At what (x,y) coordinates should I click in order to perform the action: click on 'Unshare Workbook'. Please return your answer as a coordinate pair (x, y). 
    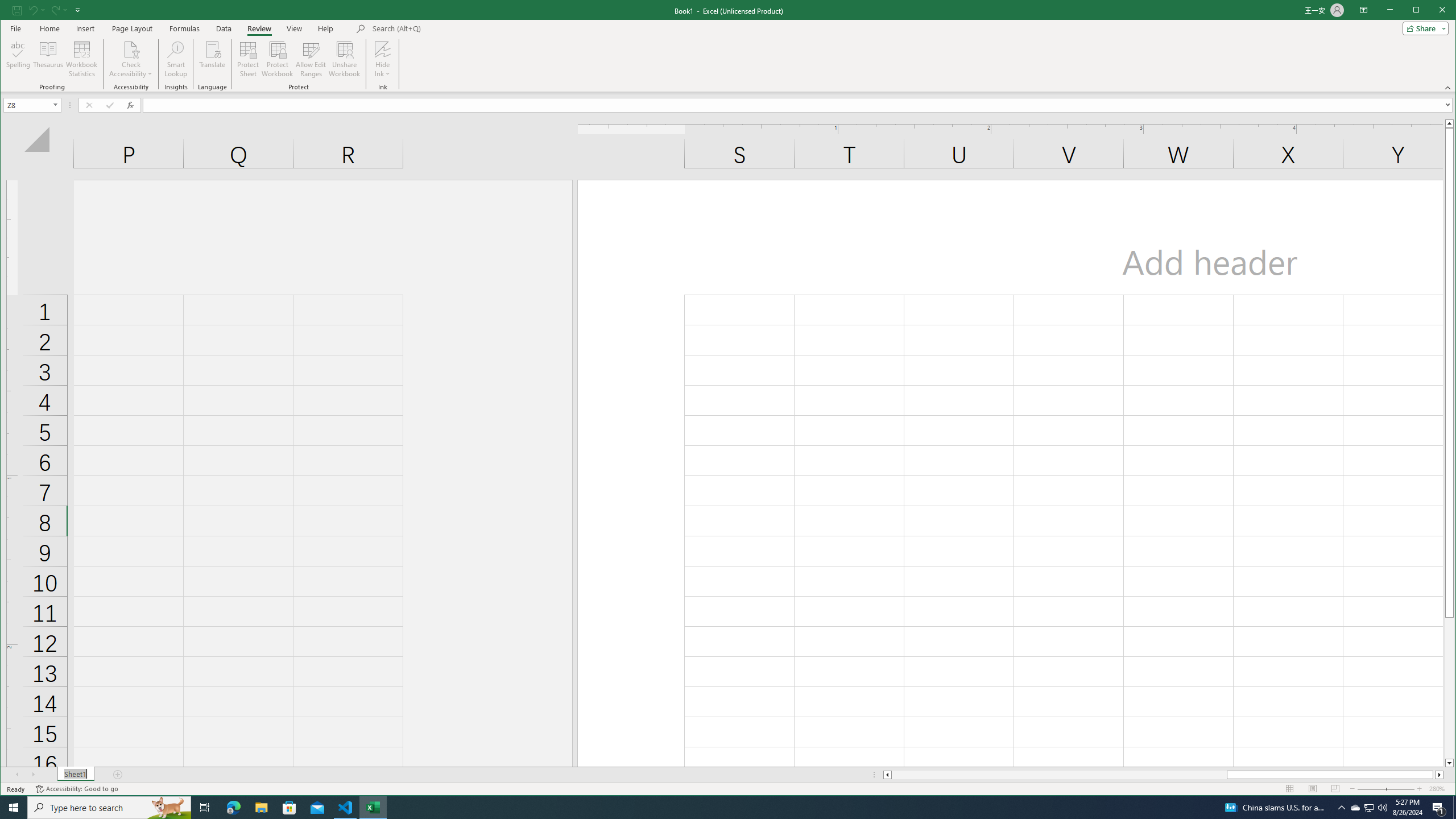
    Looking at the image, I should click on (344, 59).